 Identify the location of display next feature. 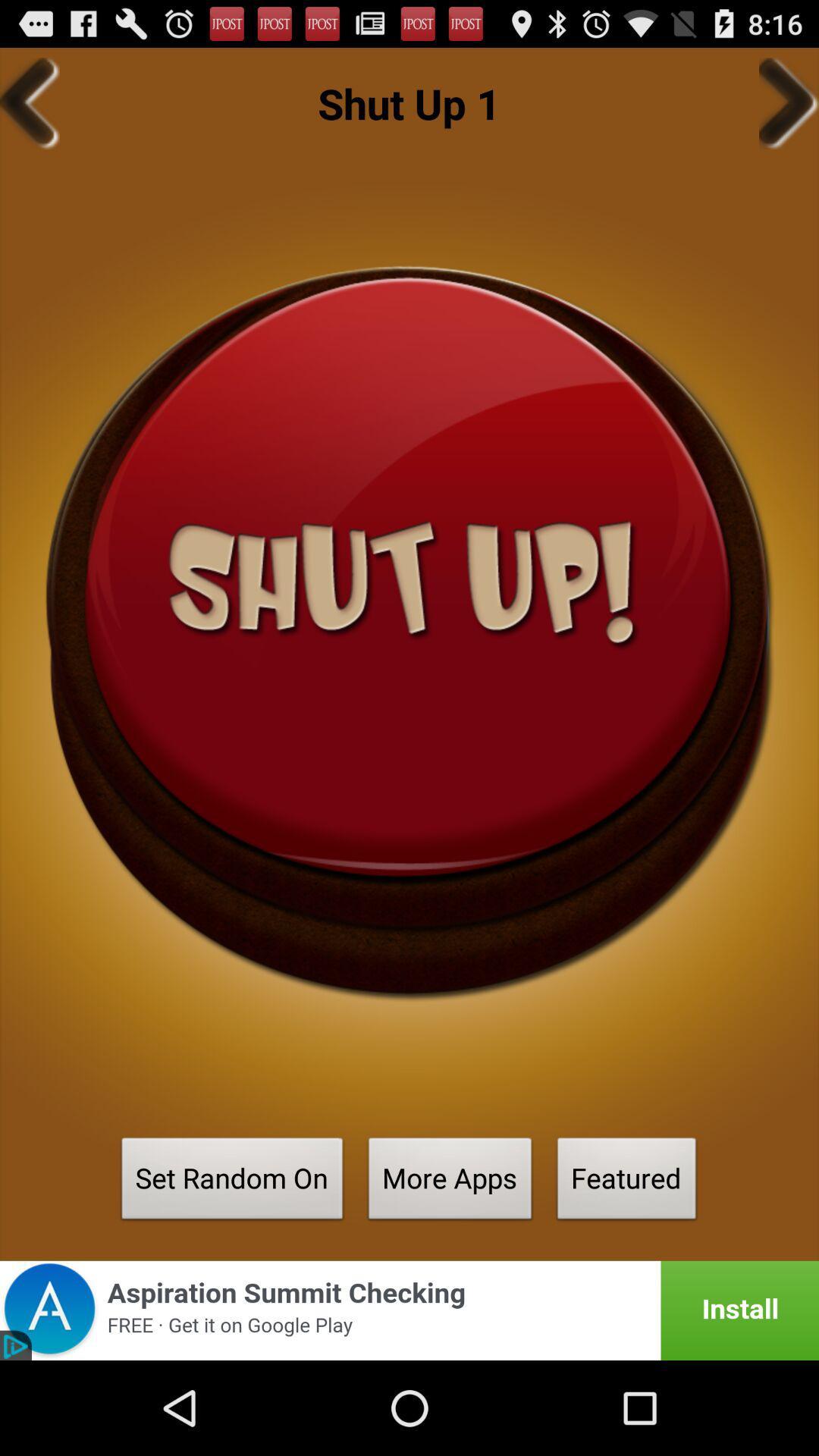
(788, 102).